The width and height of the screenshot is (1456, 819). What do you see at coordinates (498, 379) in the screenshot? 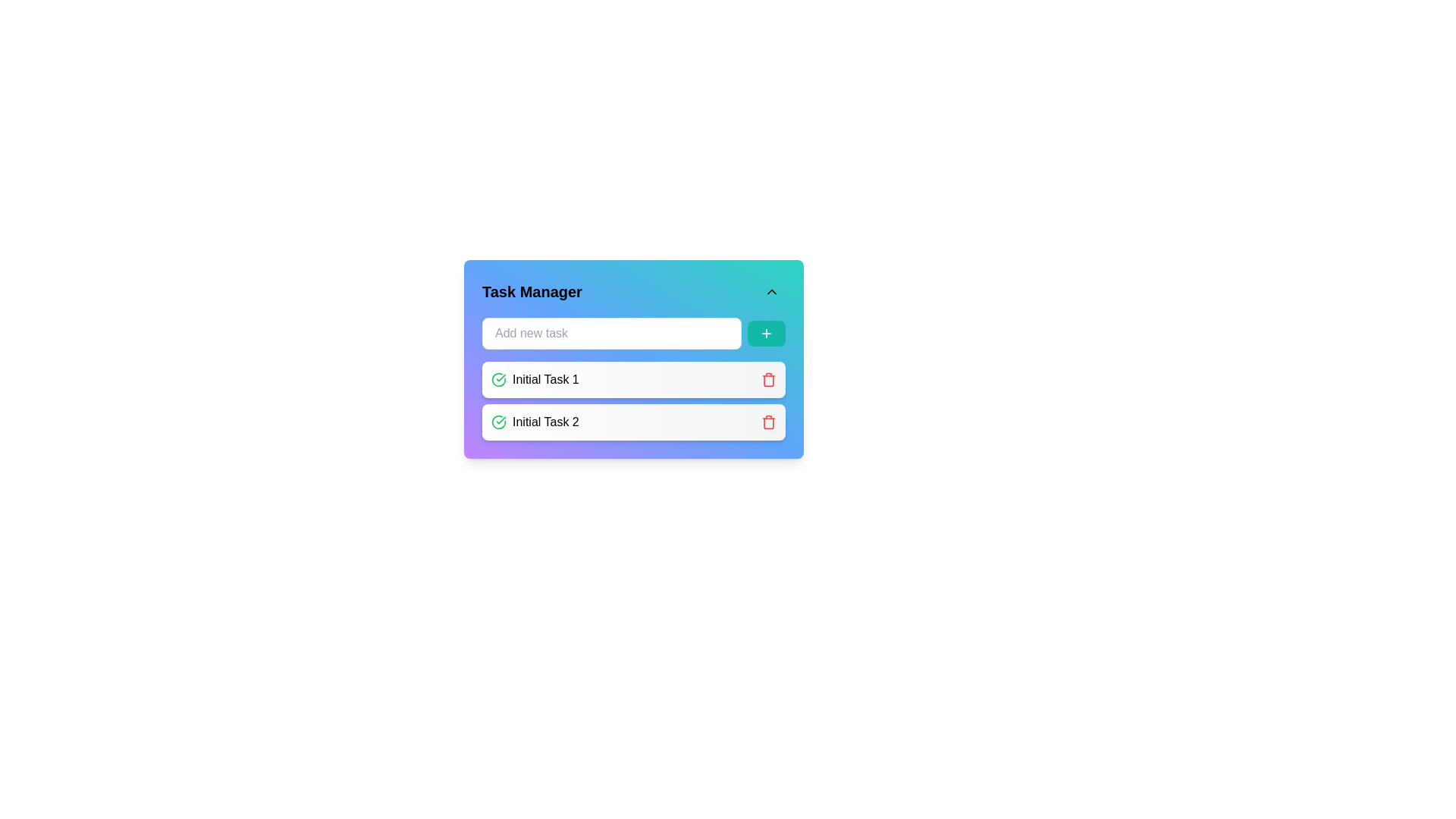
I see `the completion icon for the task 'Initial Task 1' located to the left of the associated text, ensuring it visually indicates that the task has been marked as done` at bounding box center [498, 379].